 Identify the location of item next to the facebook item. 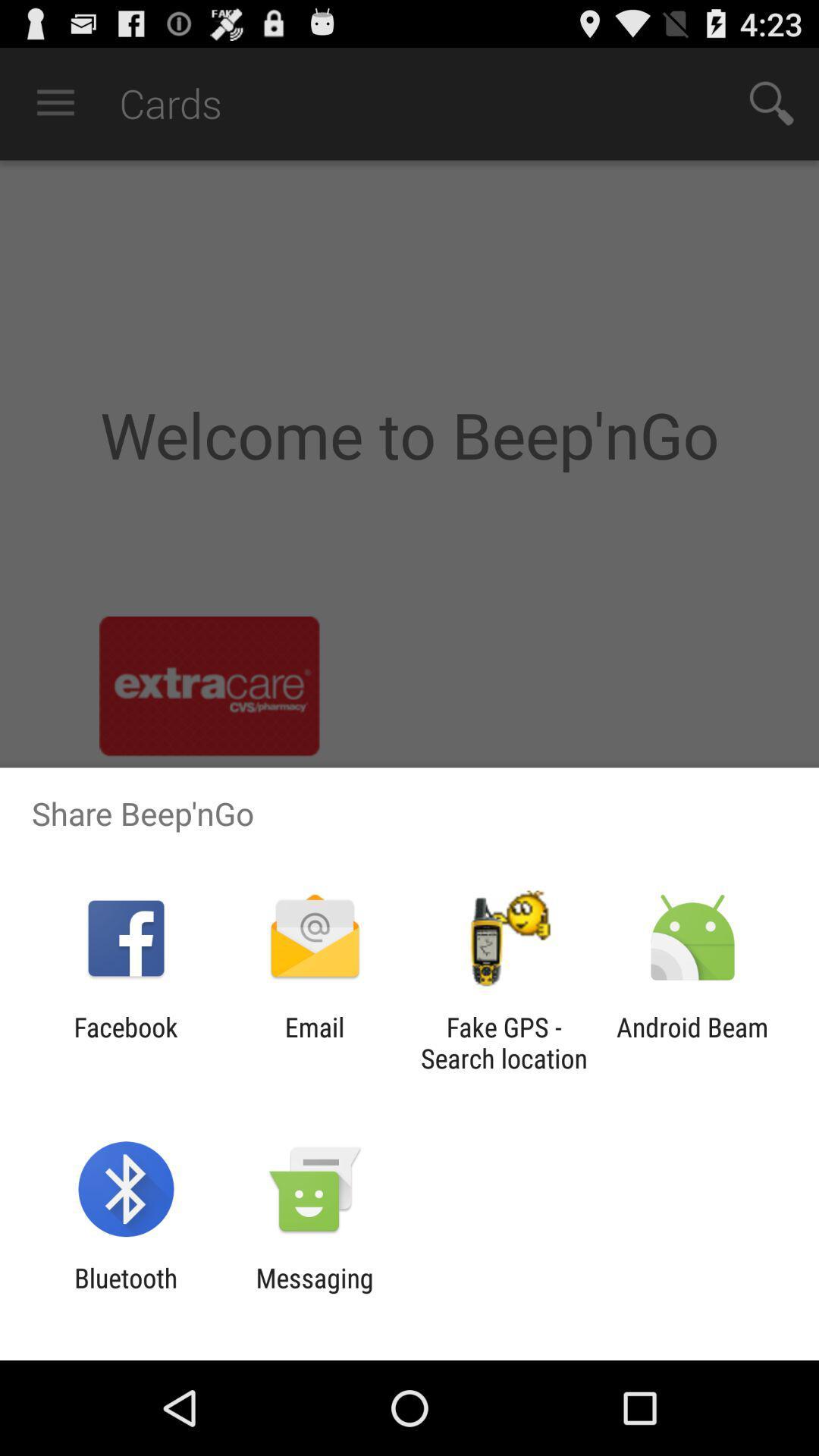
(314, 1042).